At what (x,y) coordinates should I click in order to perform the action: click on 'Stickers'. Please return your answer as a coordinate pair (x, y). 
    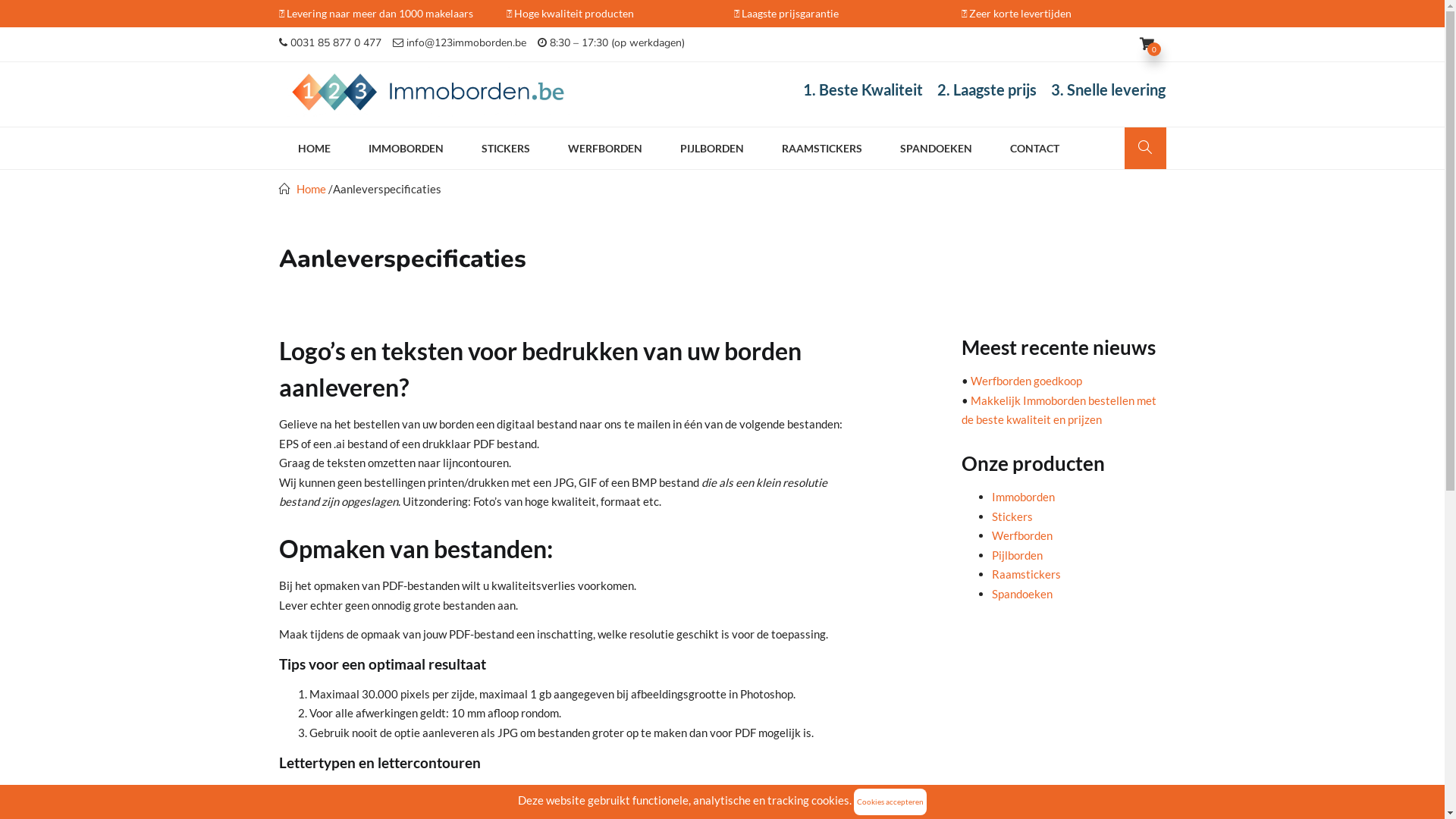
    Looking at the image, I should click on (1012, 516).